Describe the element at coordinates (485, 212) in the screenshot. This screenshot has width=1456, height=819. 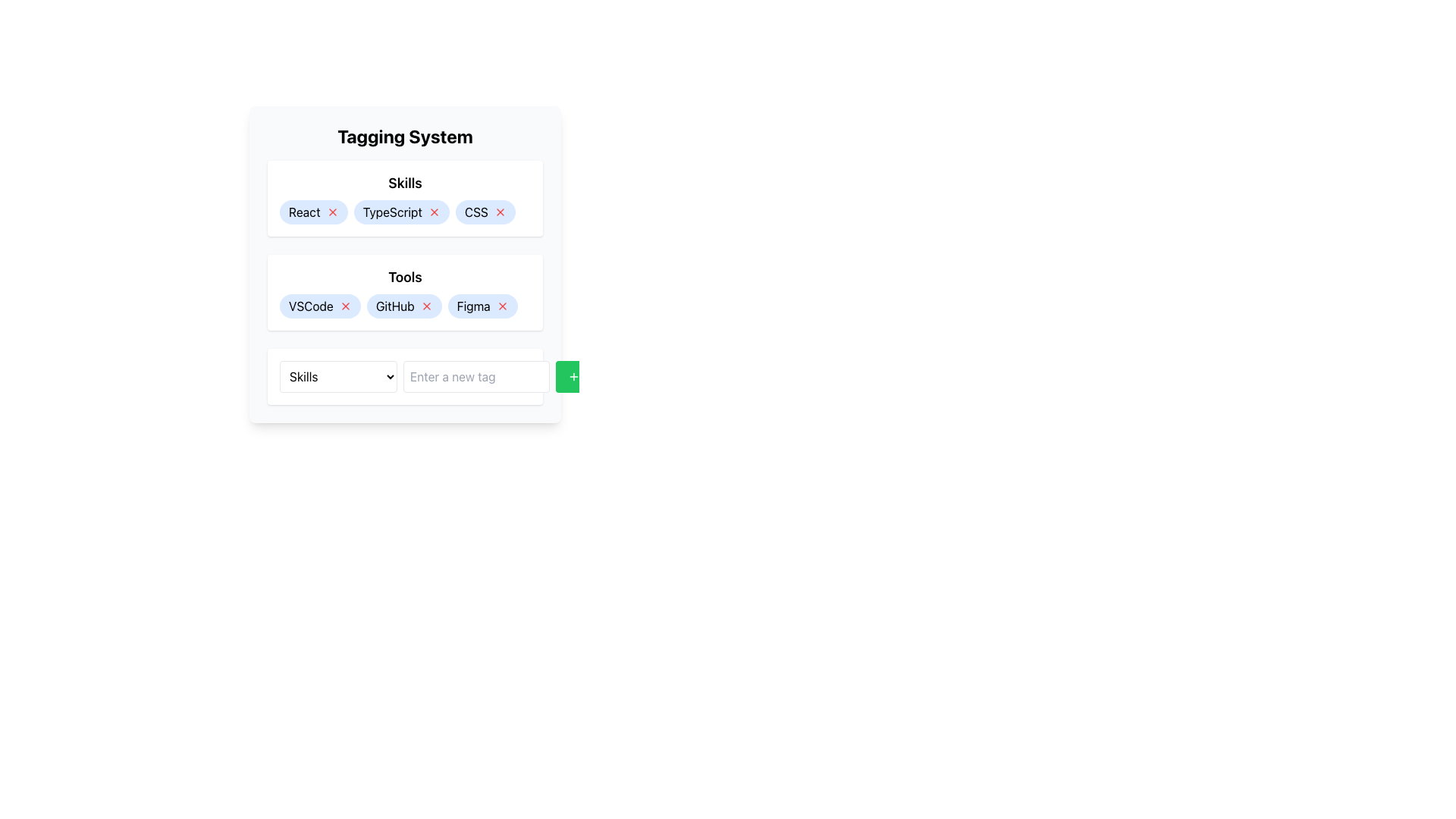
I see `the Tag element labeled 'CSS' with a light blue background` at that location.